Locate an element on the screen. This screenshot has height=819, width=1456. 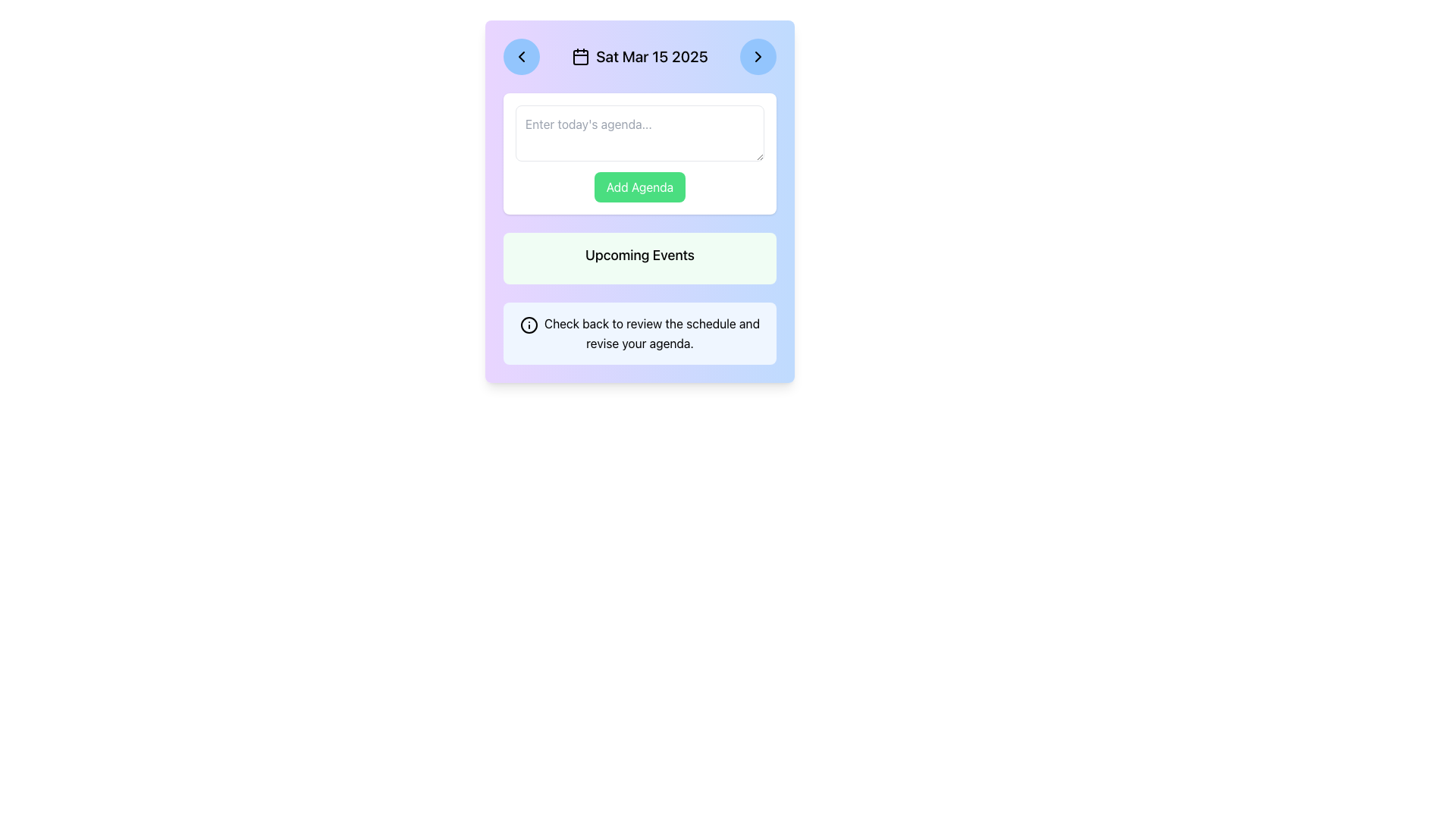
the 'Add Agenda' button with a green background and white text to trigger the visual color change effect is located at coordinates (640, 186).